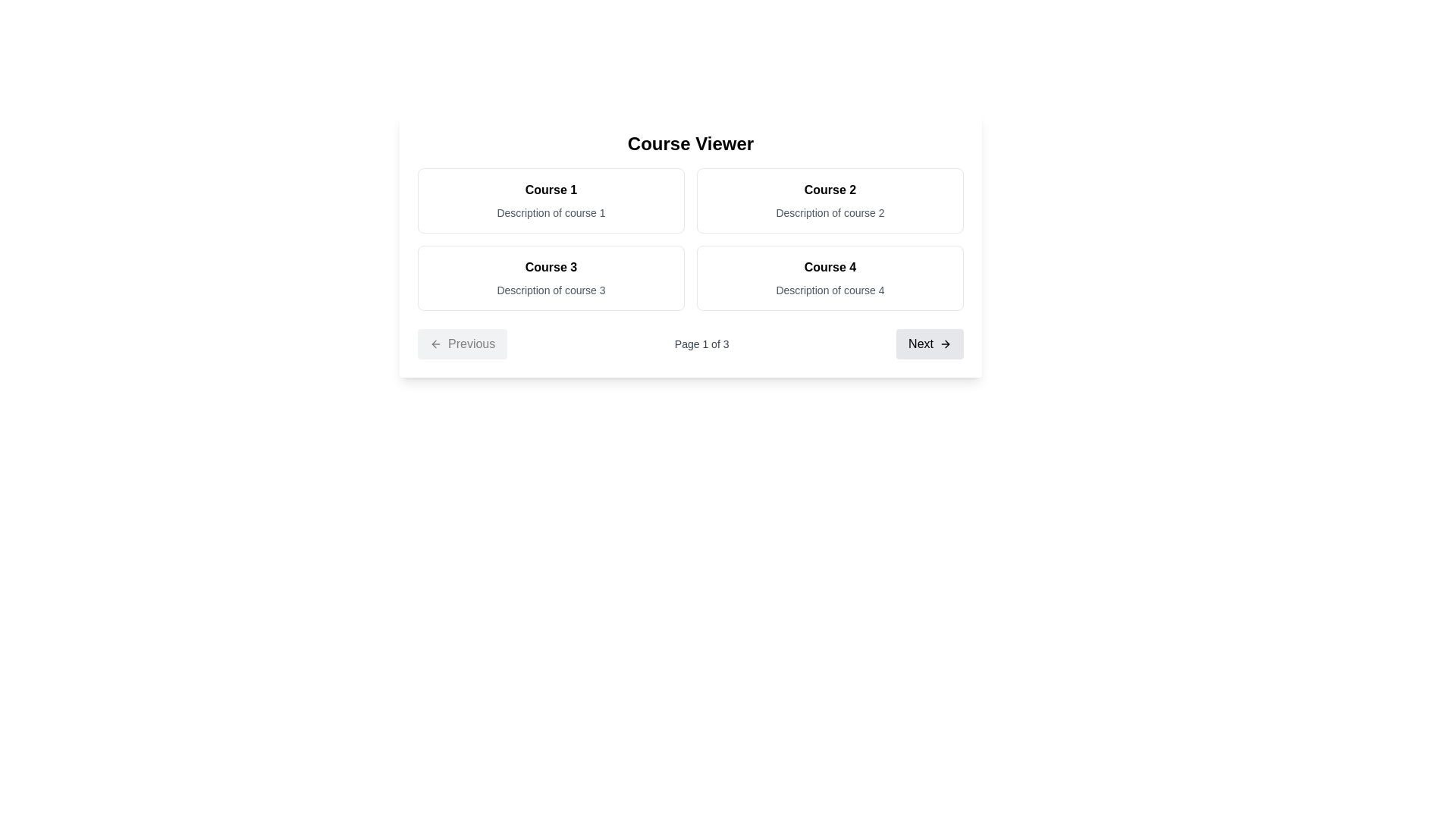 Image resolution: width=1456 pixels, height=819 pixels. What do you see at coordinates (829, 290) in the screenshot?
I see `the text label displaying 'Description of course 4', which is located below the 'Course 4' title within a bordered, rounded rectangular card in the bottom-right corner of a 2x2 grid of course cards` at bounding box center [829, 290].